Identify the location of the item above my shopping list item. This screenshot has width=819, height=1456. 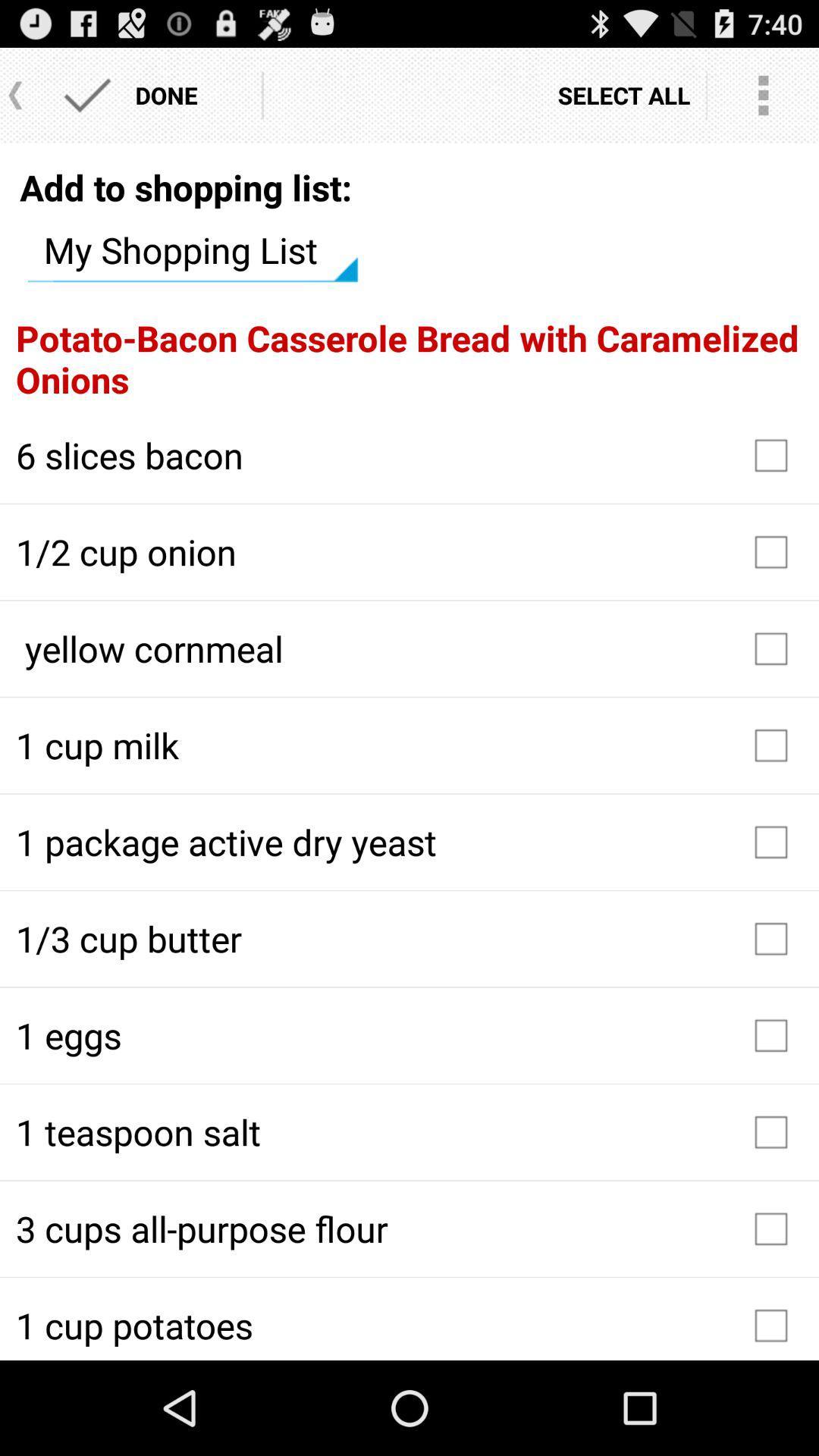
(185, 187).